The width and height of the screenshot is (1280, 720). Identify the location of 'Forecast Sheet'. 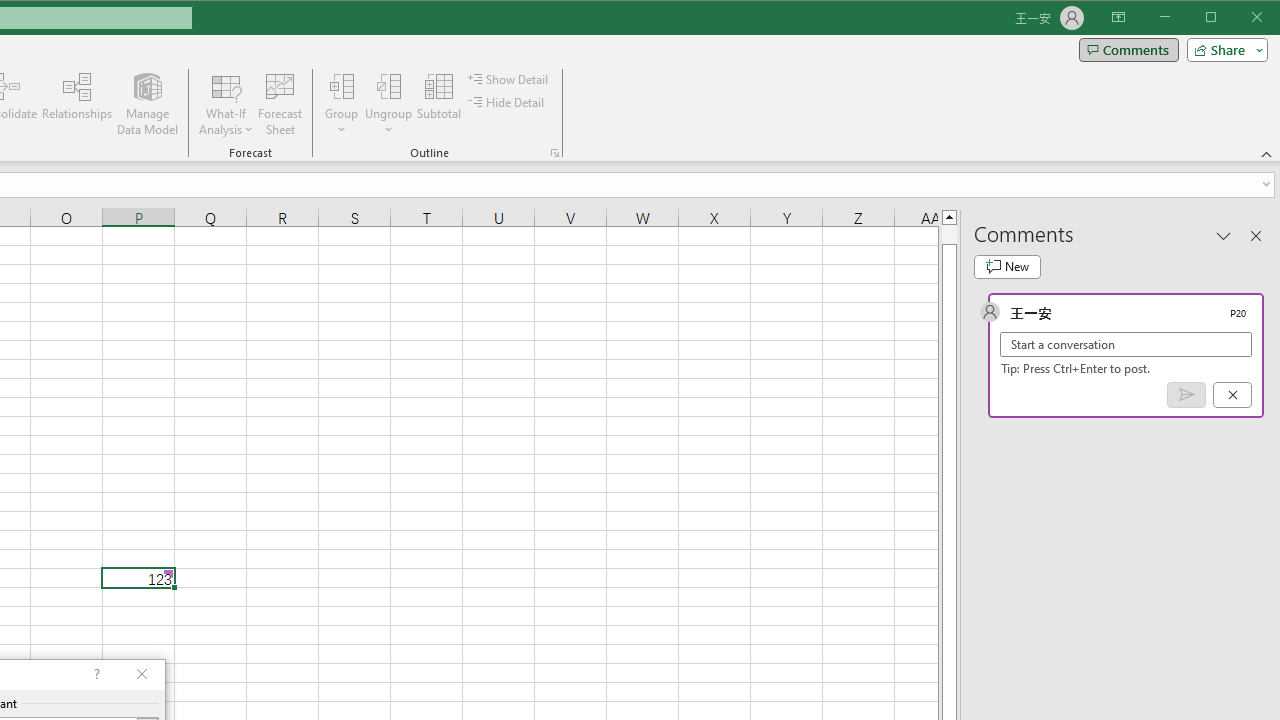
(279, 104).